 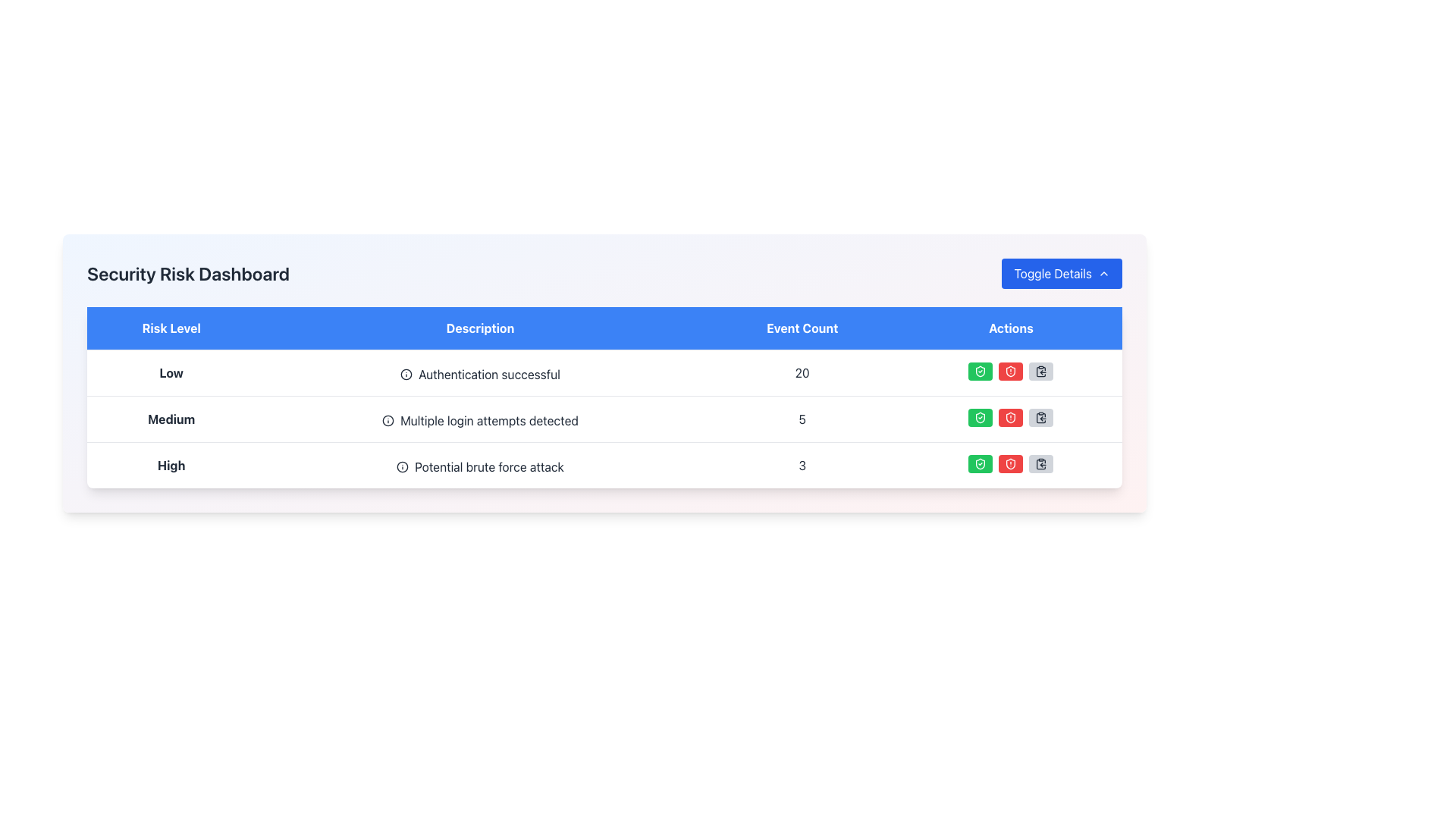 What do you see at coordinates (479, 466) in the screenshot?
I see `the text 'Potential brute force attack' for accessibility purposes` at bounding box center [479, 466].